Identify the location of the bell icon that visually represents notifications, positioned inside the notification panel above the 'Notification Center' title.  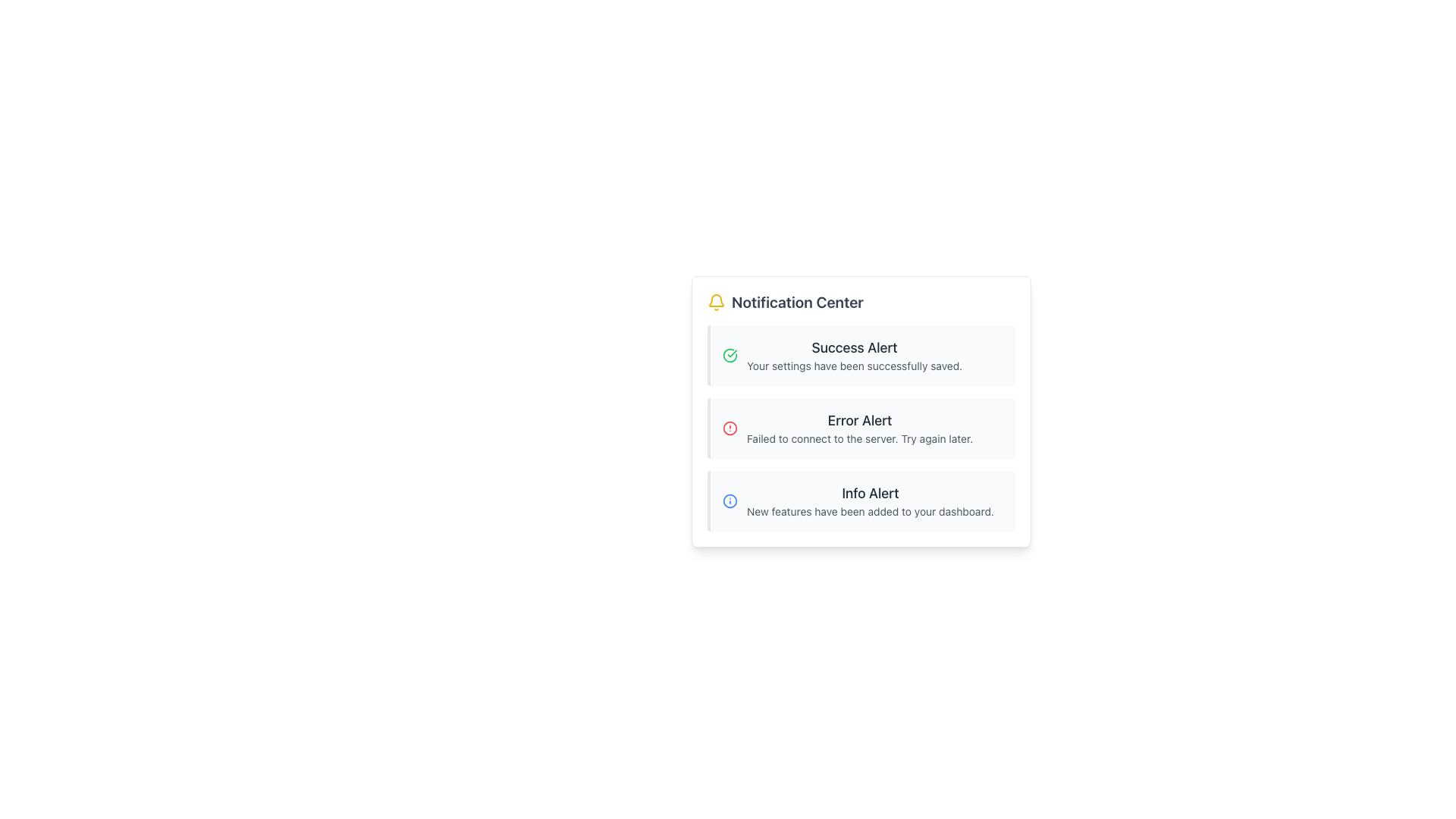
(716, 300).